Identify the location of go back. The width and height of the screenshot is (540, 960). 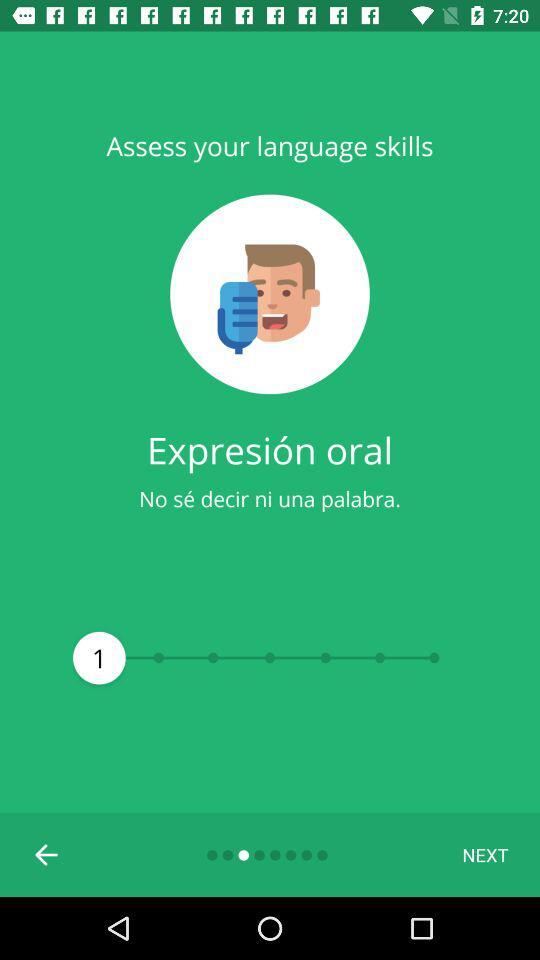
(47, 853).